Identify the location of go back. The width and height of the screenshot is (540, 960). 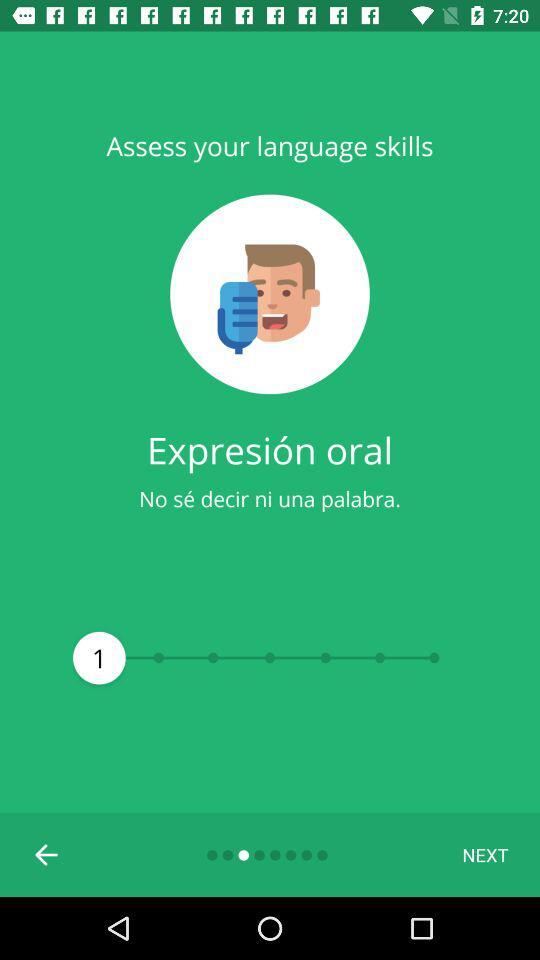
(47, 853).